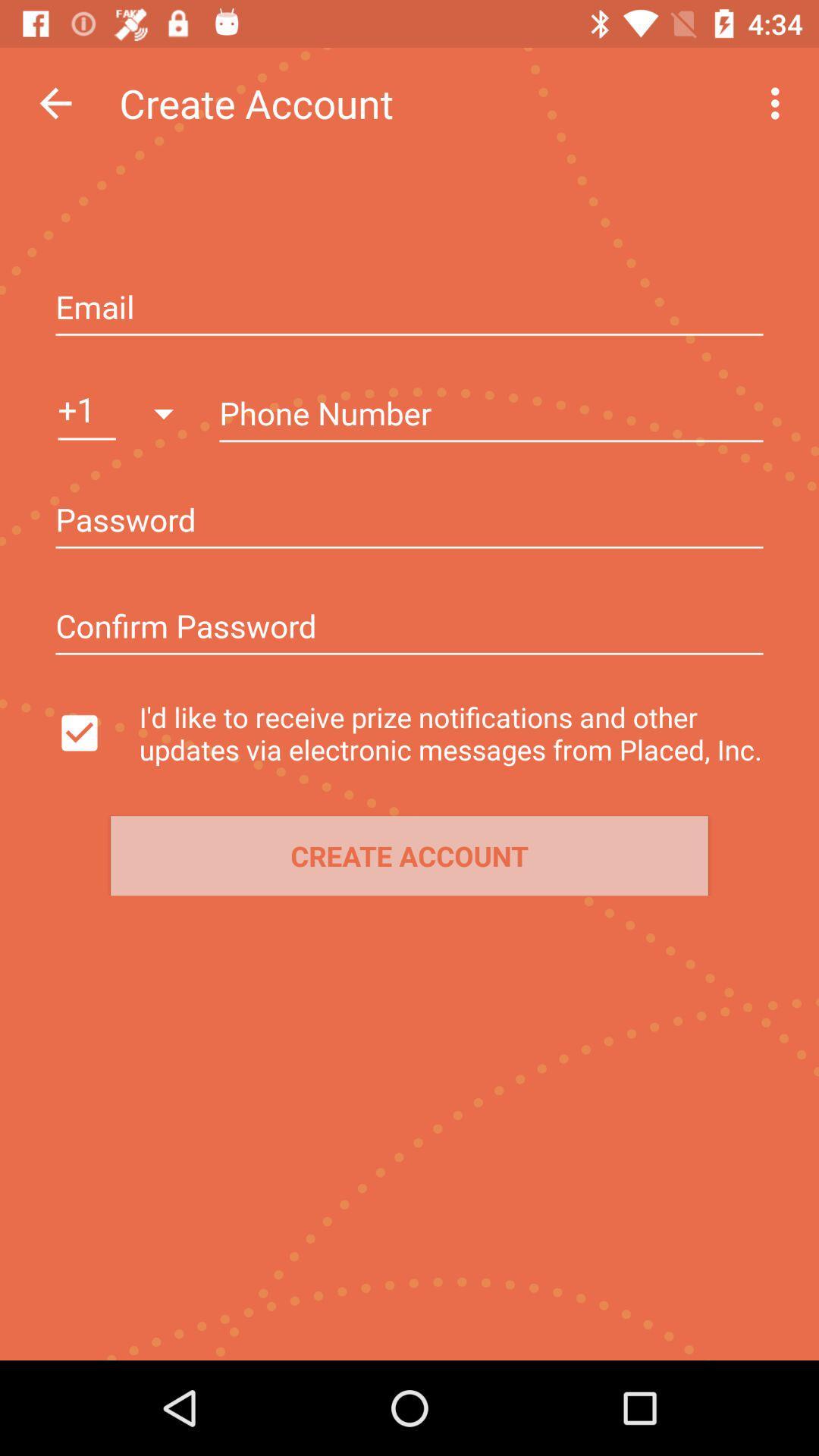 The image size is (819, 1456). I want to click on password field, so click(409, 522).